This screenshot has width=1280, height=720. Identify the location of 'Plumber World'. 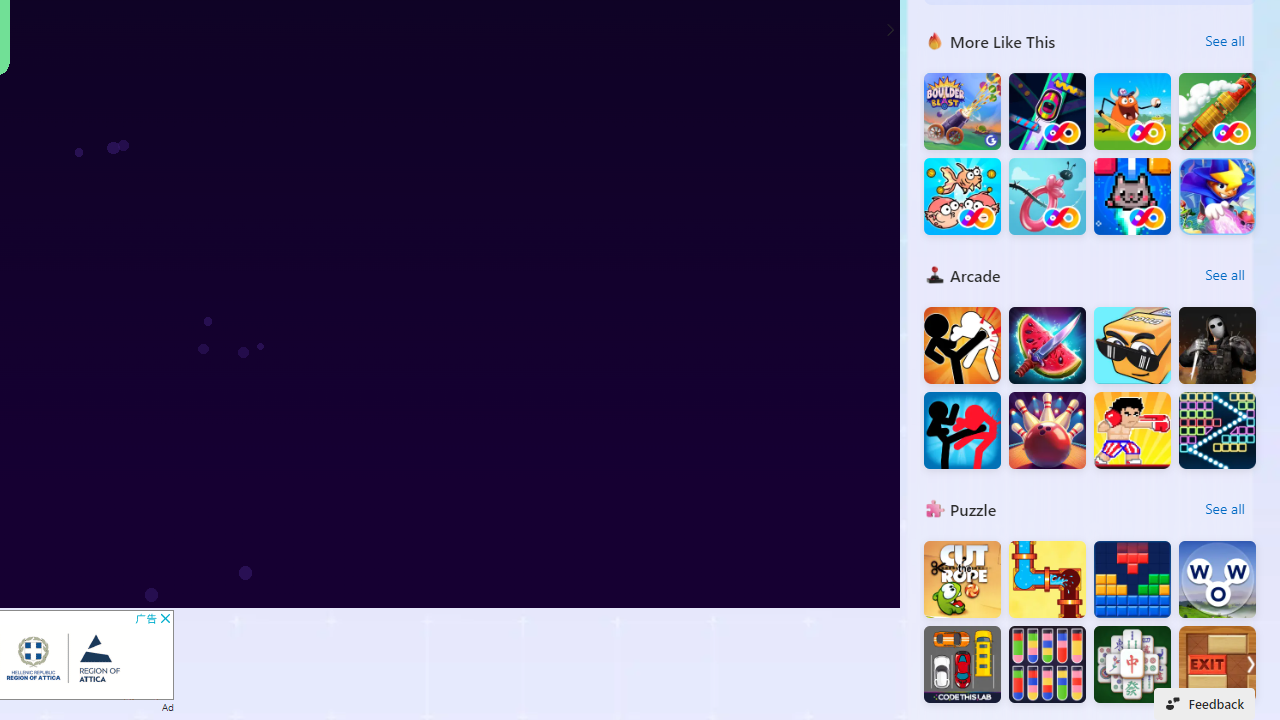
(1046, 579).